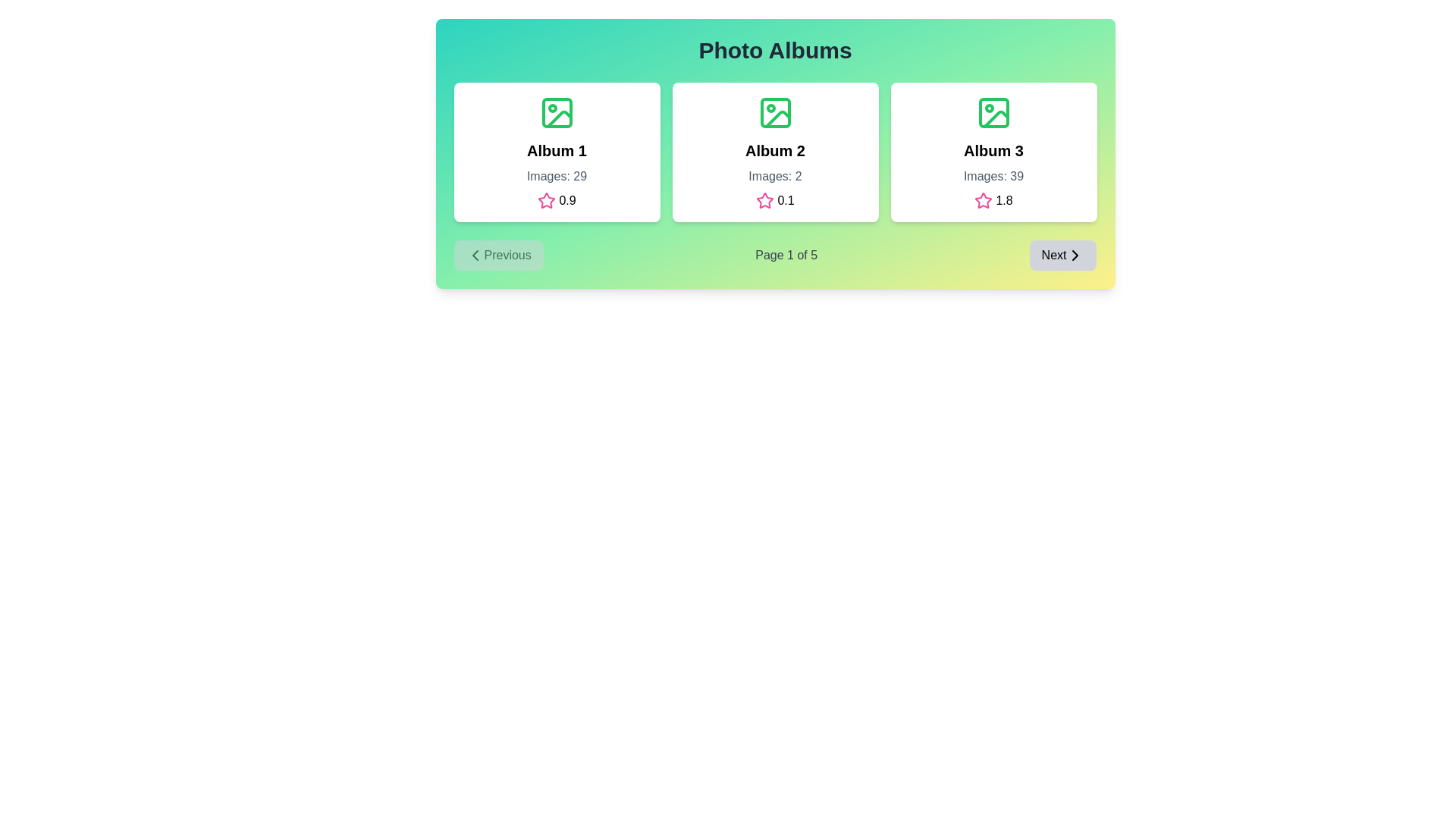 This screenshot has width=1456, height=819. Describe the element at coordinates (546, 200) in the screenshot. I see `the rating icon located within the first album card under the 'Photo Albums' heading, positioned below the 'Images: 29' label` at that location.